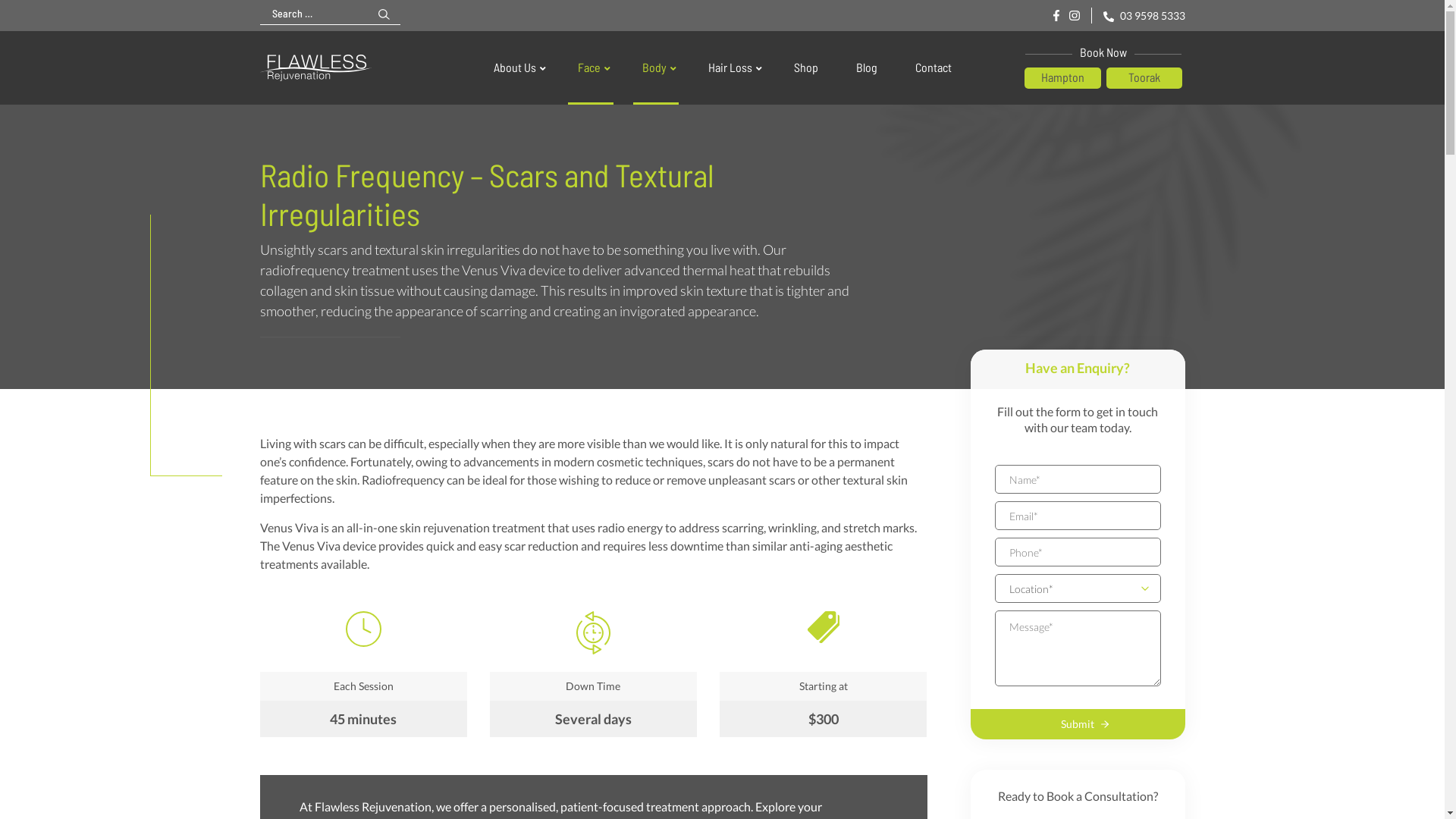 This screenshot has width=1456, height=819. I want to click on '03 9598 5333', so click(1143, 15).